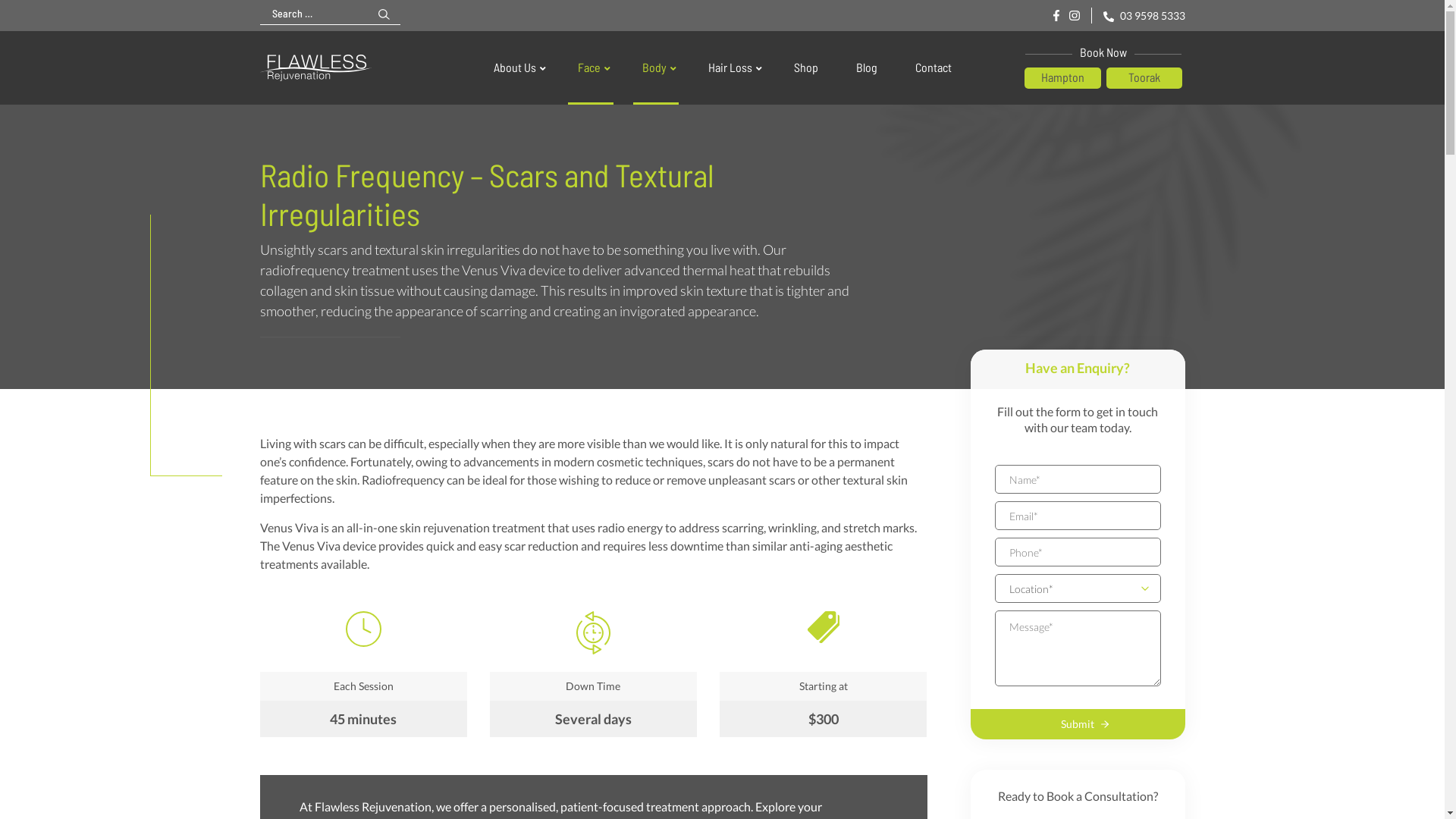 This screenshot has width=1456, height=819. I want to click on '03 9598 5333', so click(1143, 15).